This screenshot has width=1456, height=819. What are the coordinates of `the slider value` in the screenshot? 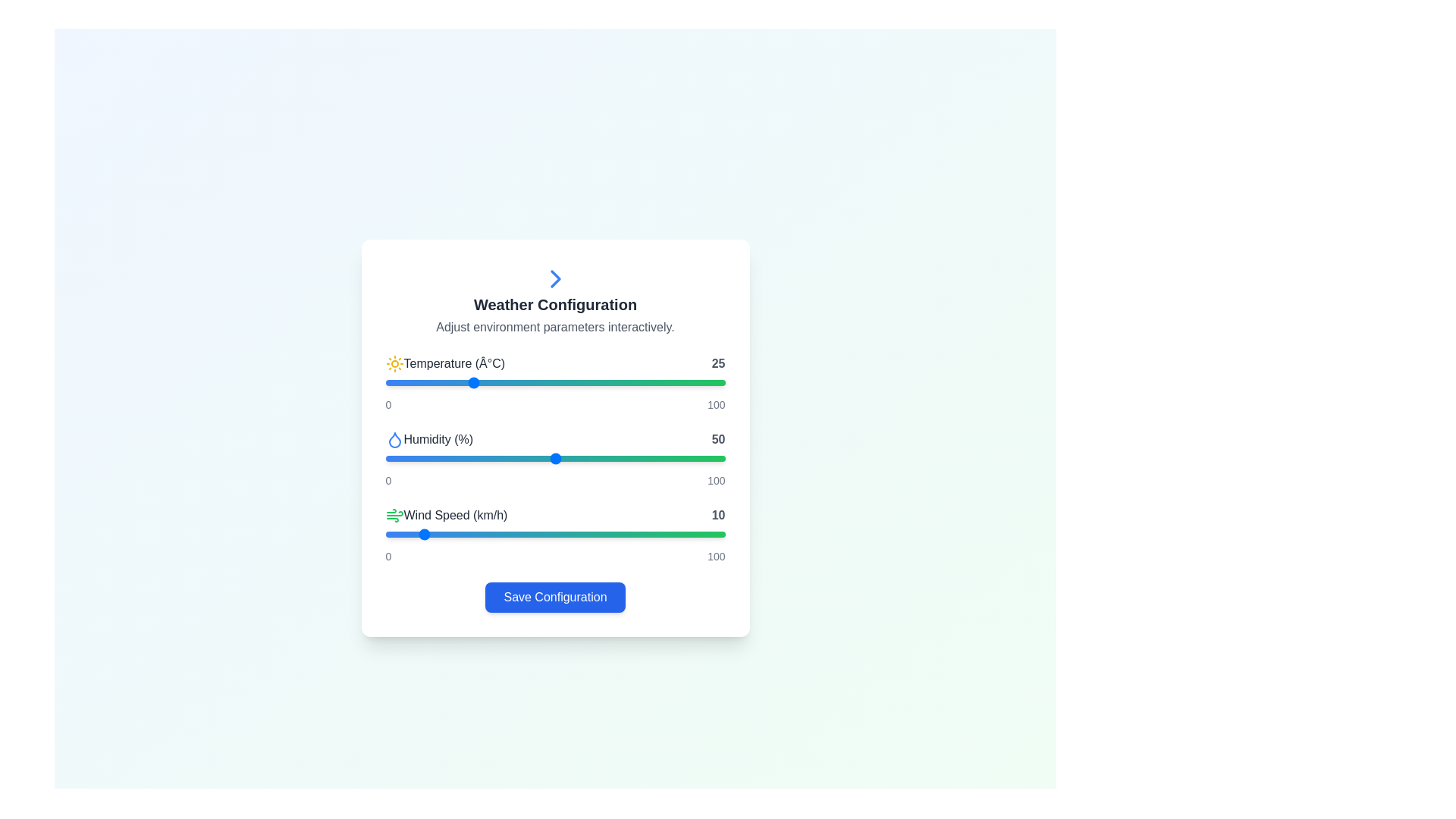 It's located at (416, 458).